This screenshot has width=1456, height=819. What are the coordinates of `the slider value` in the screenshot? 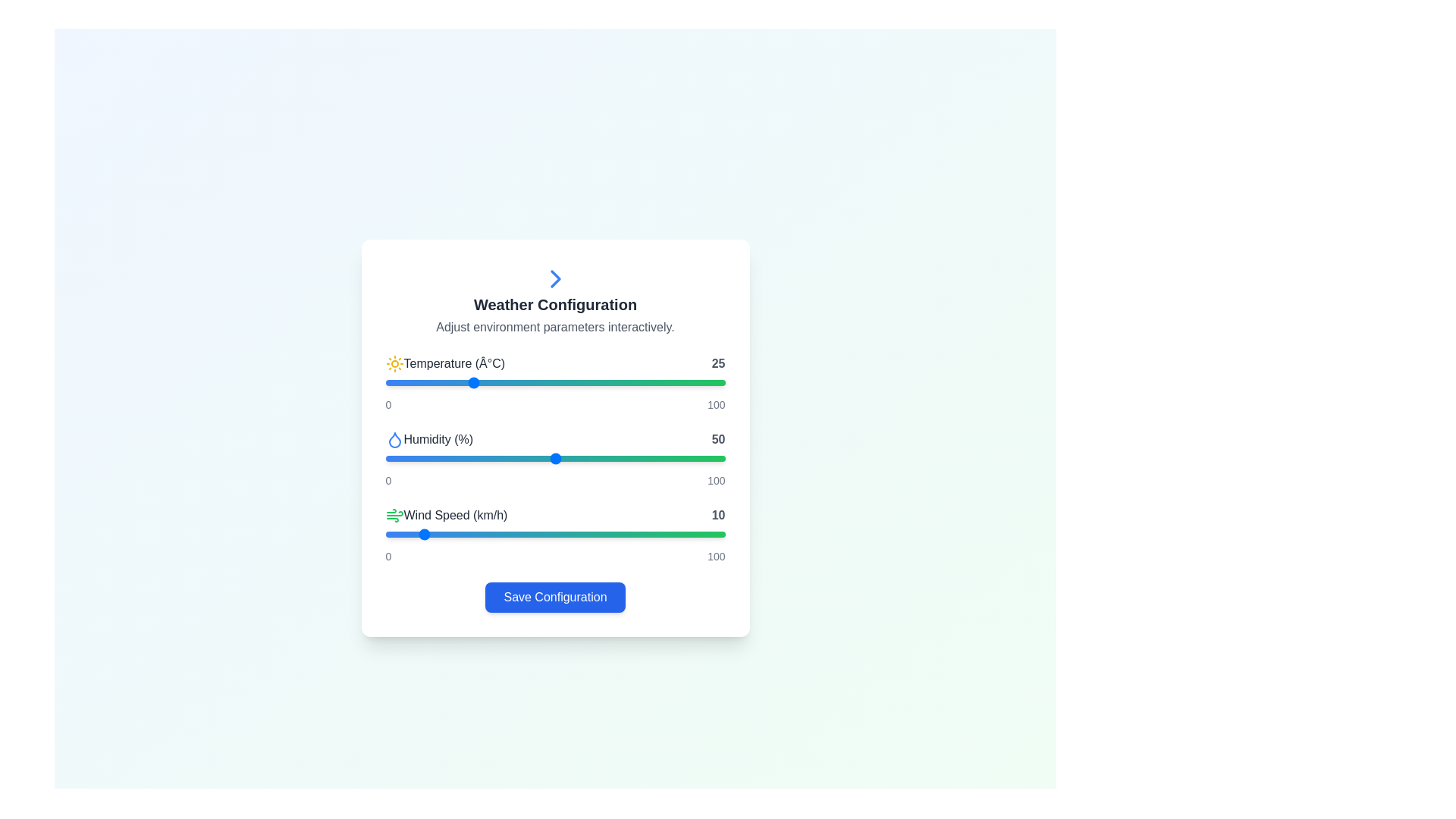 It's located at (416, 458).